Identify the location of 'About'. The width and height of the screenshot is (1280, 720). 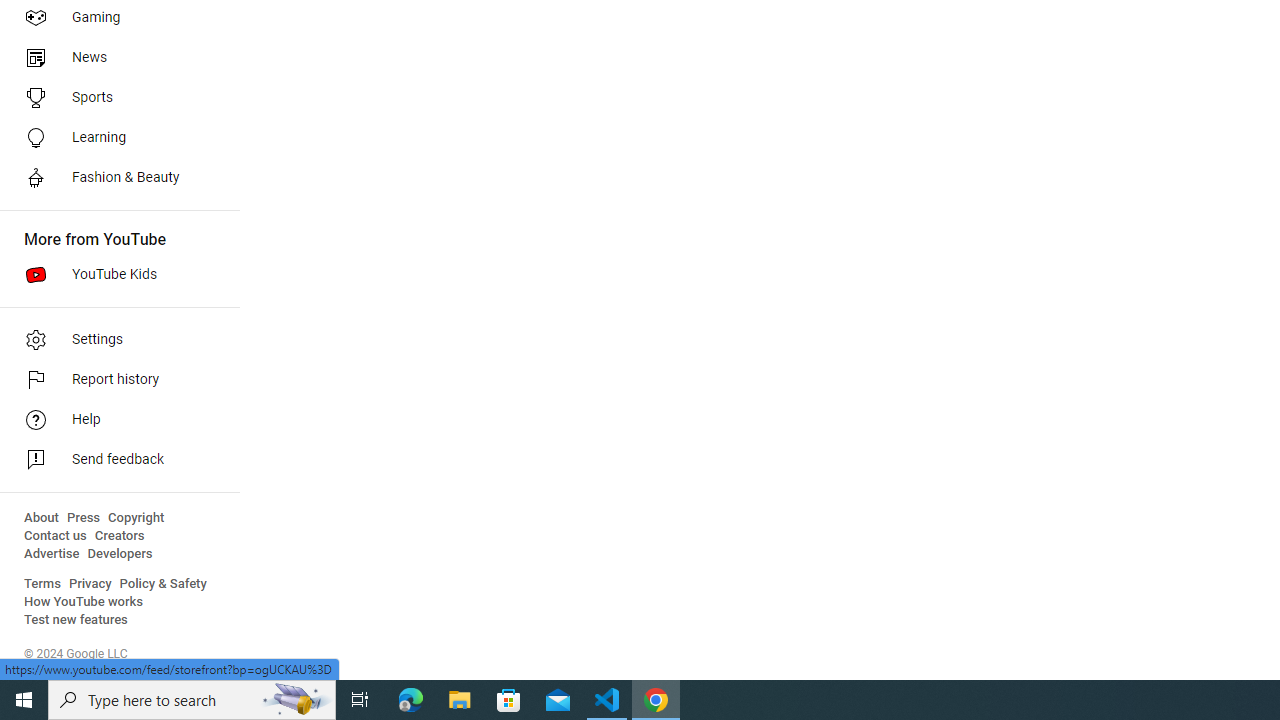
(41, 517).